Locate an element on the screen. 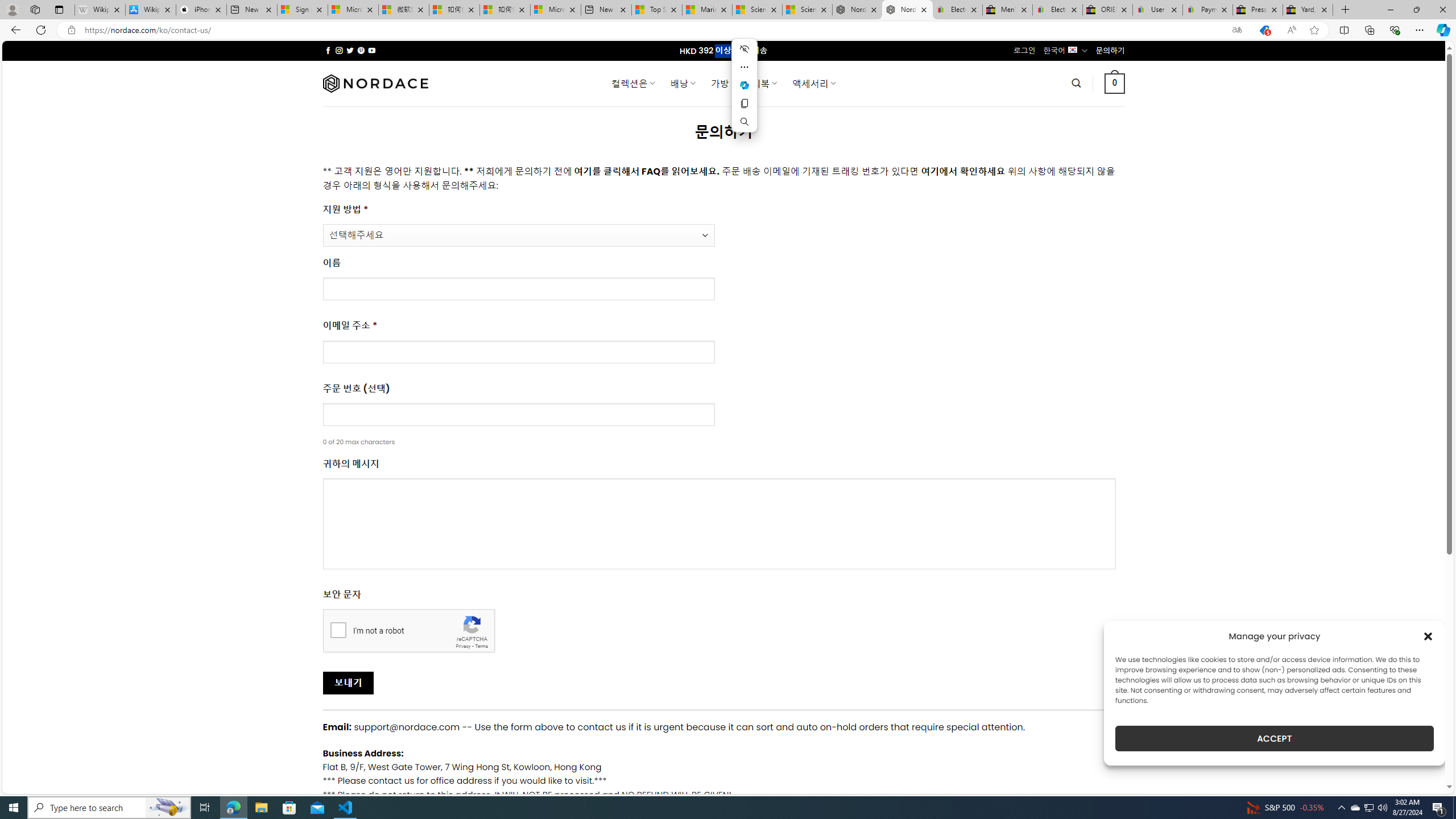 This screenshot has width=1456, height=819. 'New Tab' is located at coordinates (1345, 9).